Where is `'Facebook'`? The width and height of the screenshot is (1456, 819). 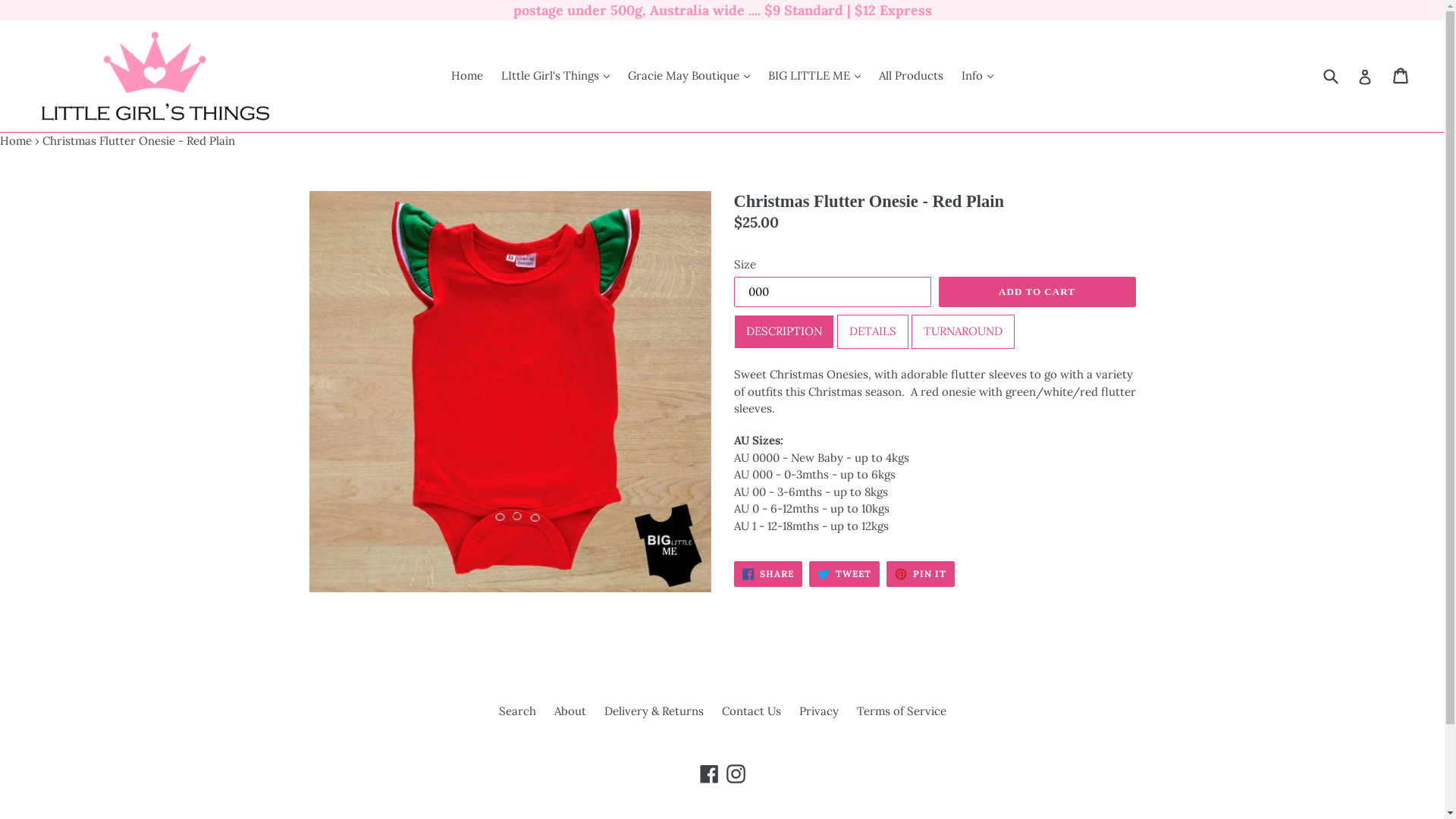 'Facebook' is located at coordinates (708, 773).